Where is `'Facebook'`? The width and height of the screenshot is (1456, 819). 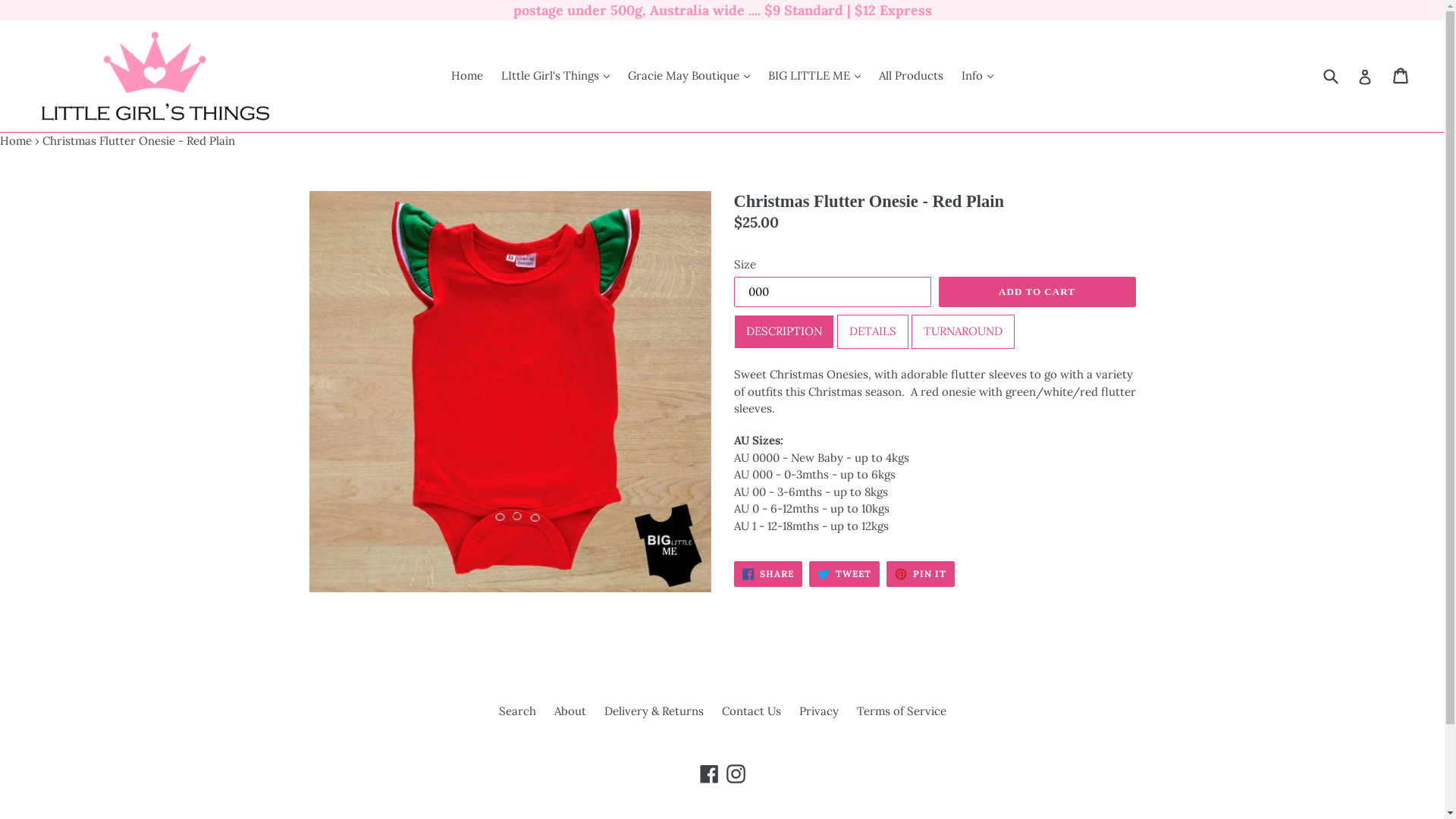 'Facebook' is located at coordinates (708, 773).